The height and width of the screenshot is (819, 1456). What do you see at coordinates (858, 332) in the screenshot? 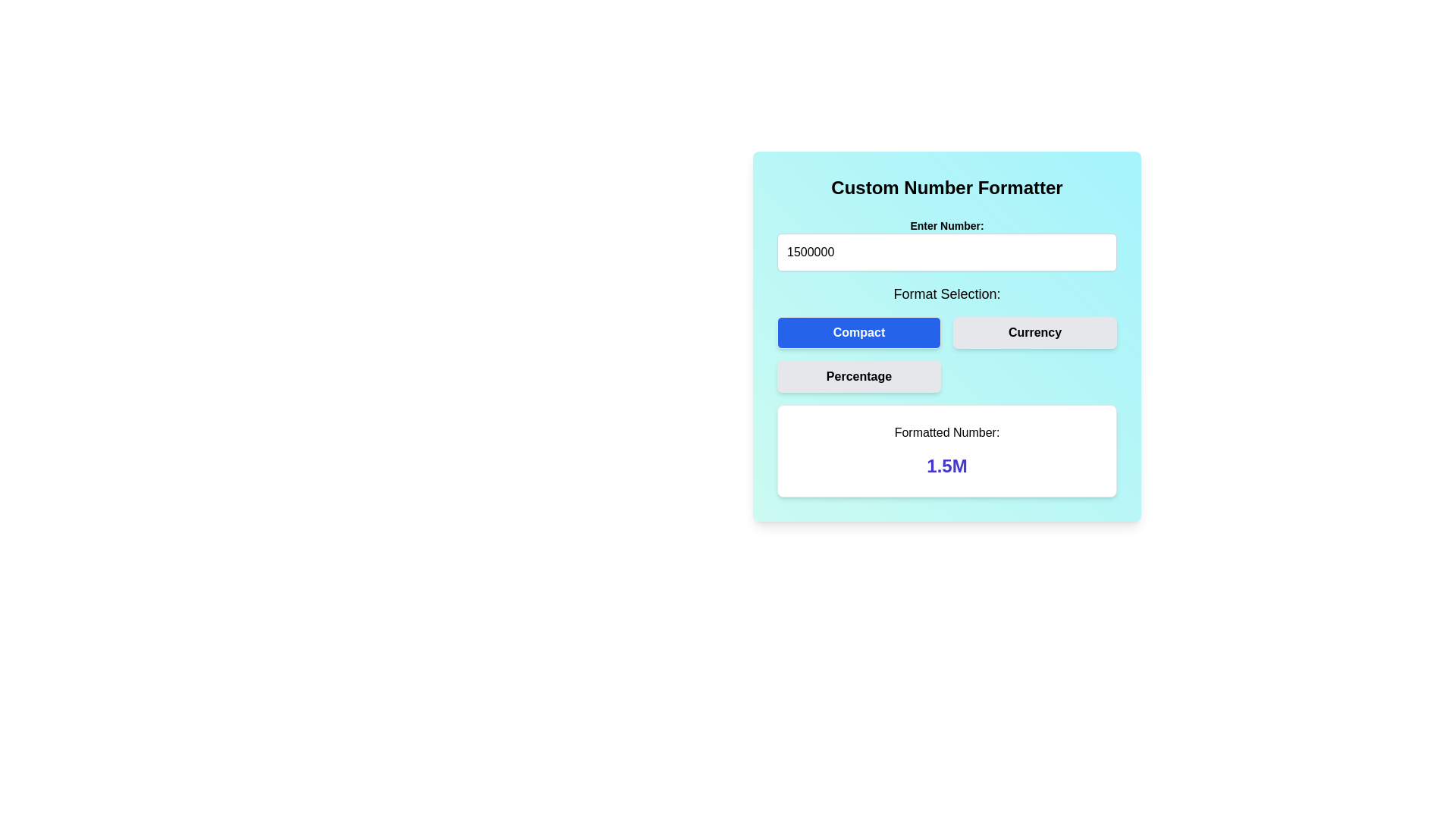
I see `the 'Compact' format selection button located within the 'Format Selection' section to apply the compact number format` at bounding box center [858, 332].